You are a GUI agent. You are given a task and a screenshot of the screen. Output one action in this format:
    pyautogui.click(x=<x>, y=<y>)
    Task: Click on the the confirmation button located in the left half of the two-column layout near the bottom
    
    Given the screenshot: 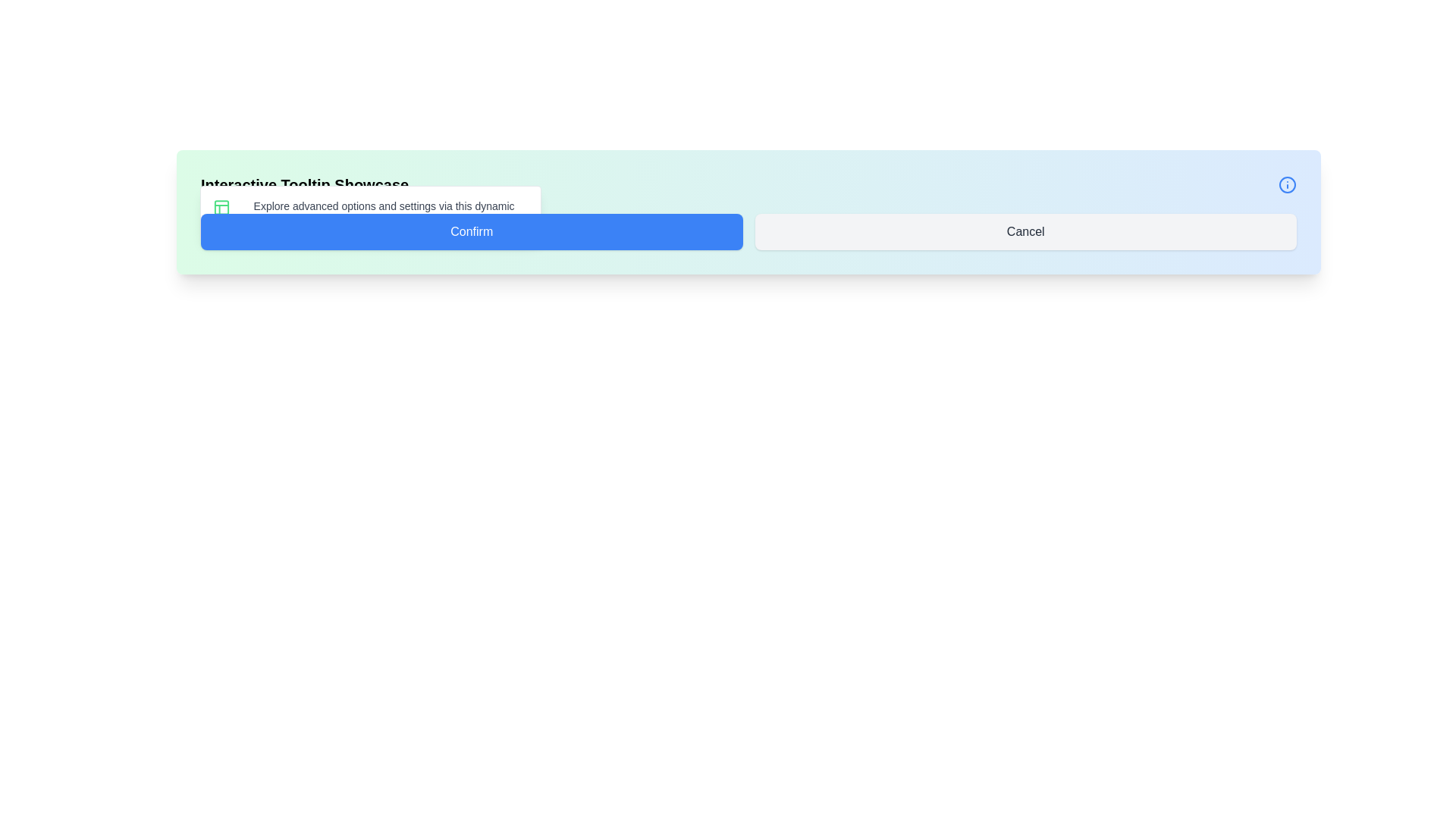 What is the action you would take?
    pyautogui.click(x=471, y=231)
    